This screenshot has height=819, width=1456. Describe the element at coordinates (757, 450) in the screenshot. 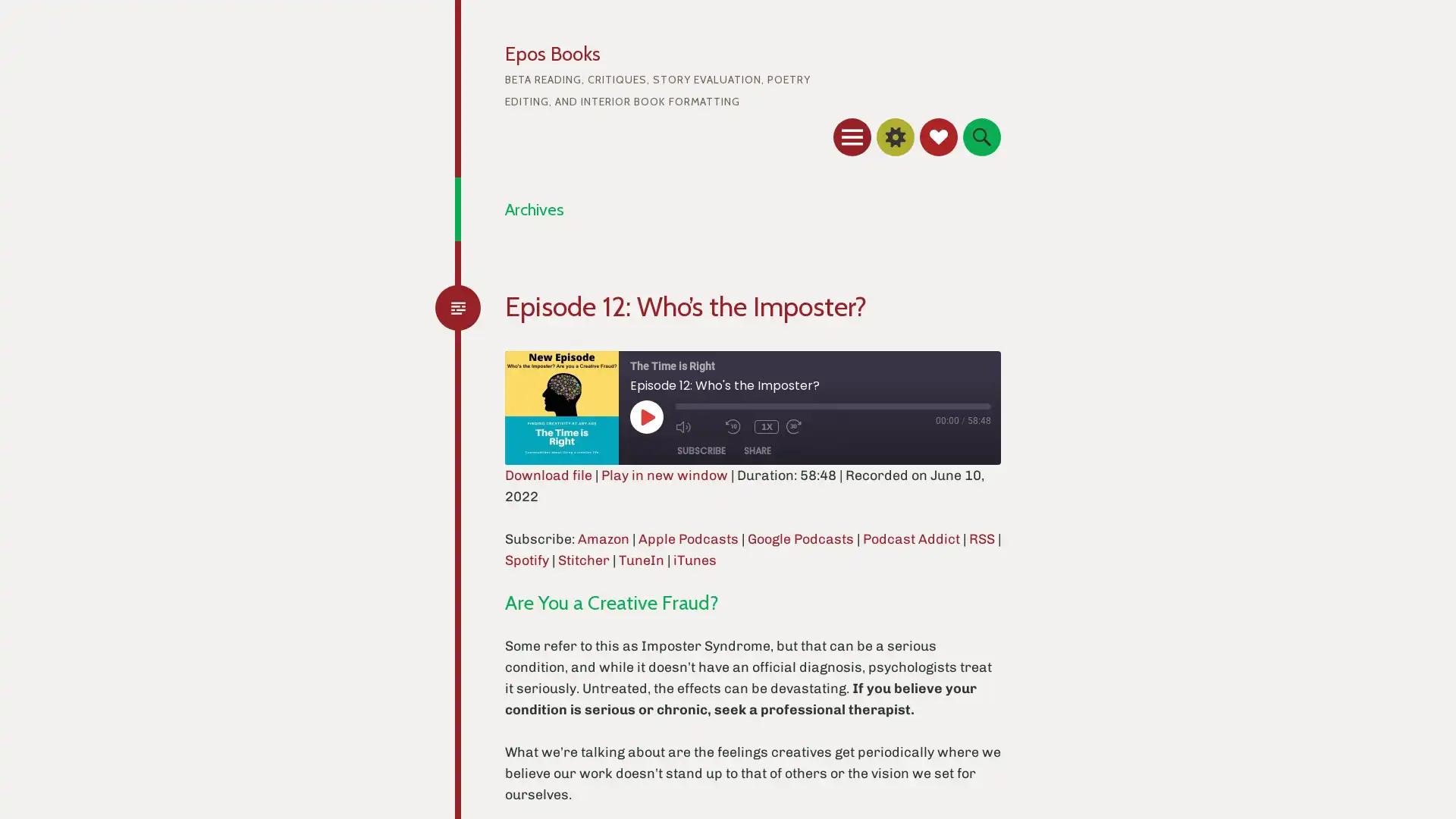

I see `SHARE` at that location.